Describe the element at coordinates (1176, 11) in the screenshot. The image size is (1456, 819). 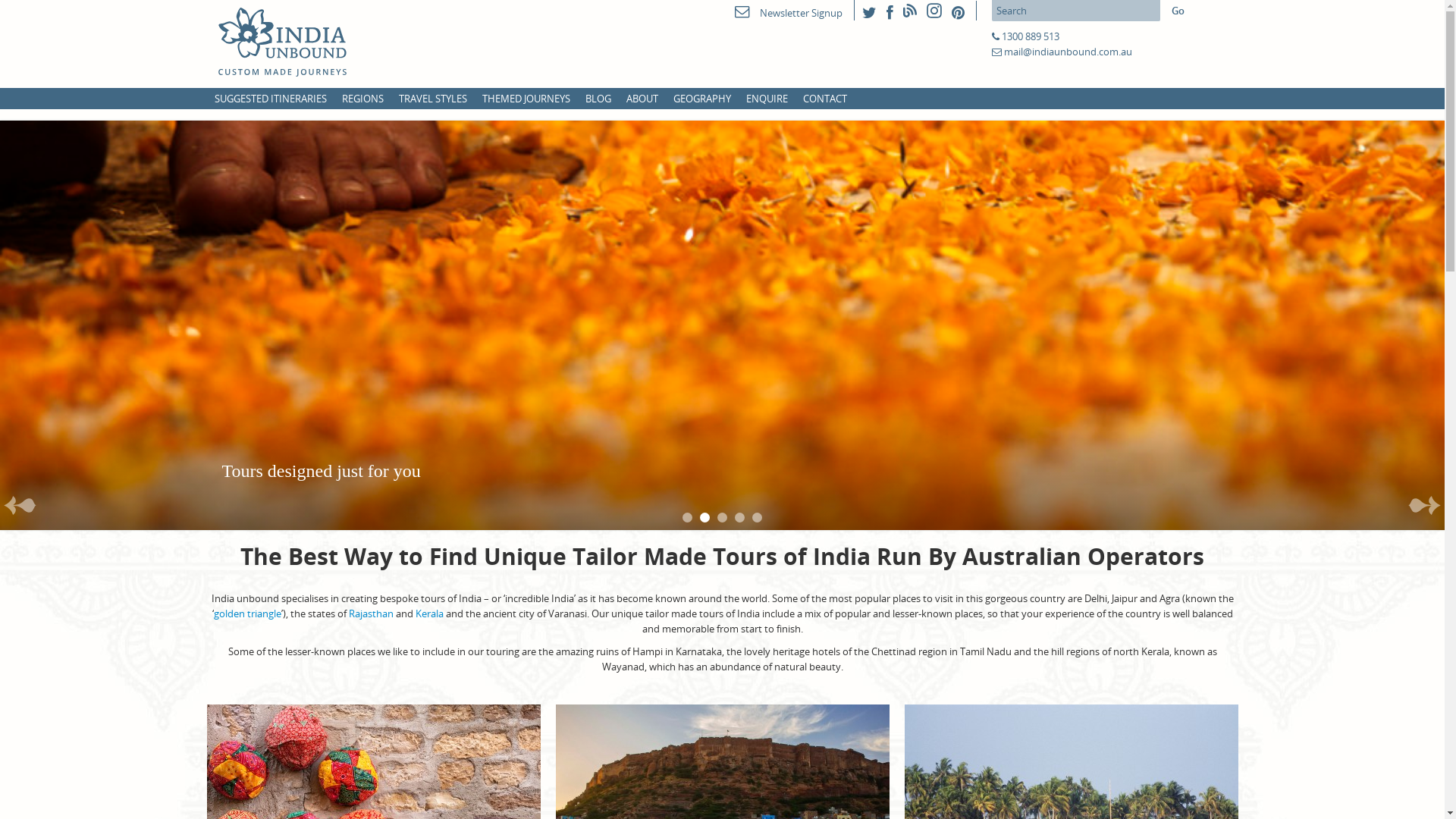
I see `'Go'` at that location.